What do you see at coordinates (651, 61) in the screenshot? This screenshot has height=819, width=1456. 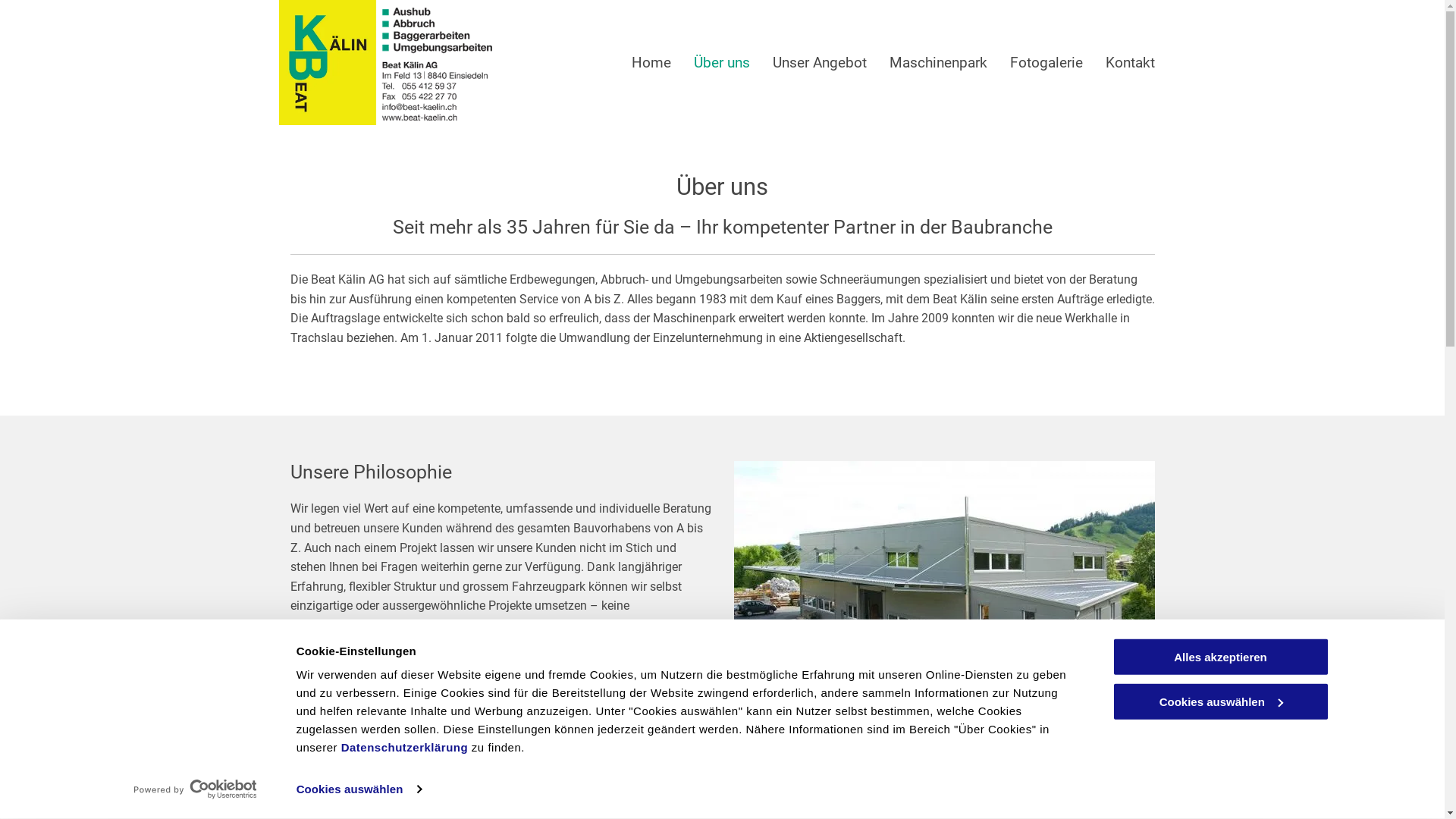 I see `'Home'` at bounding box center [651, 61].